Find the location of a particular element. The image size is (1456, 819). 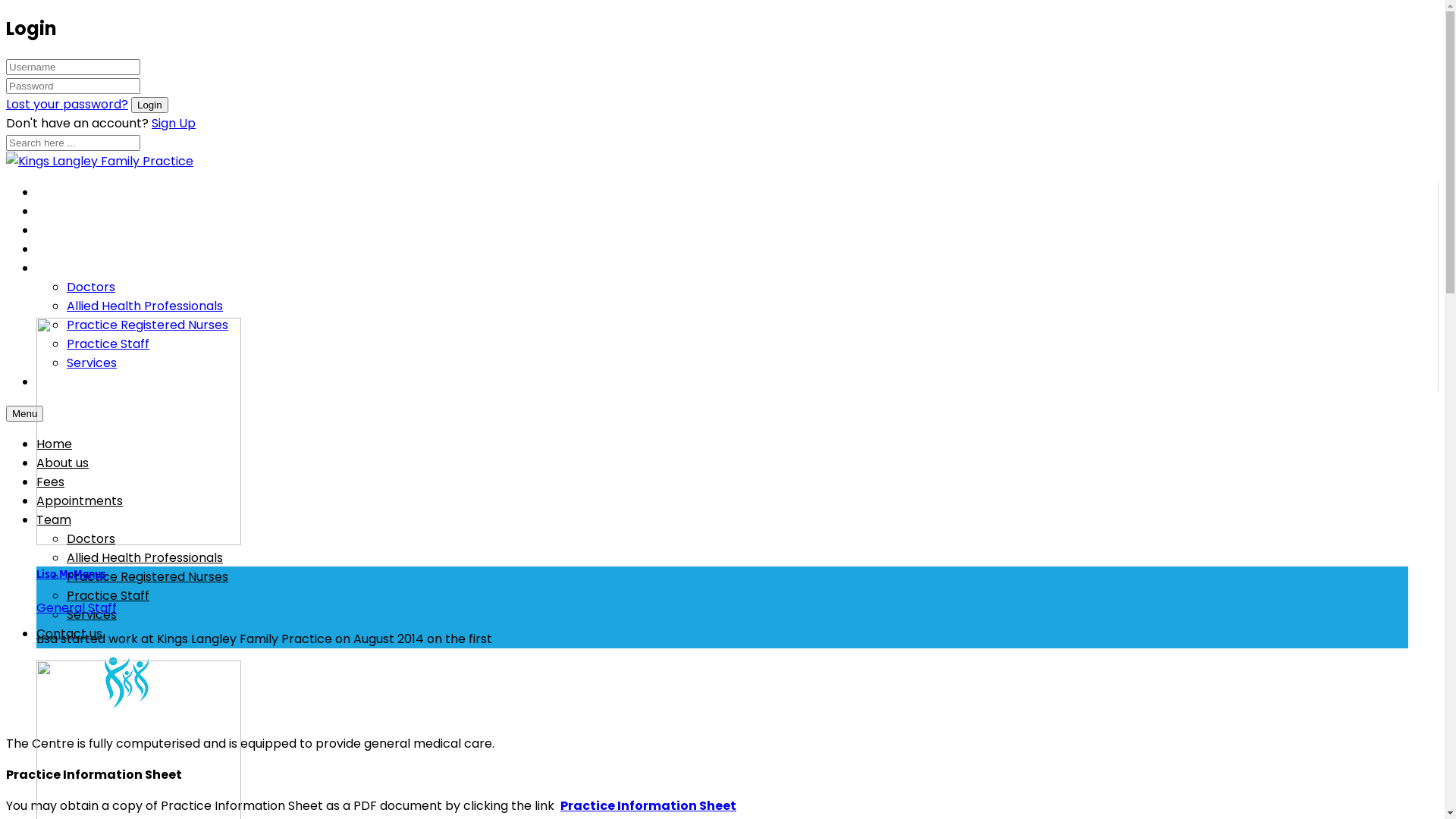

'Login' is located at coordinates (149, 104).